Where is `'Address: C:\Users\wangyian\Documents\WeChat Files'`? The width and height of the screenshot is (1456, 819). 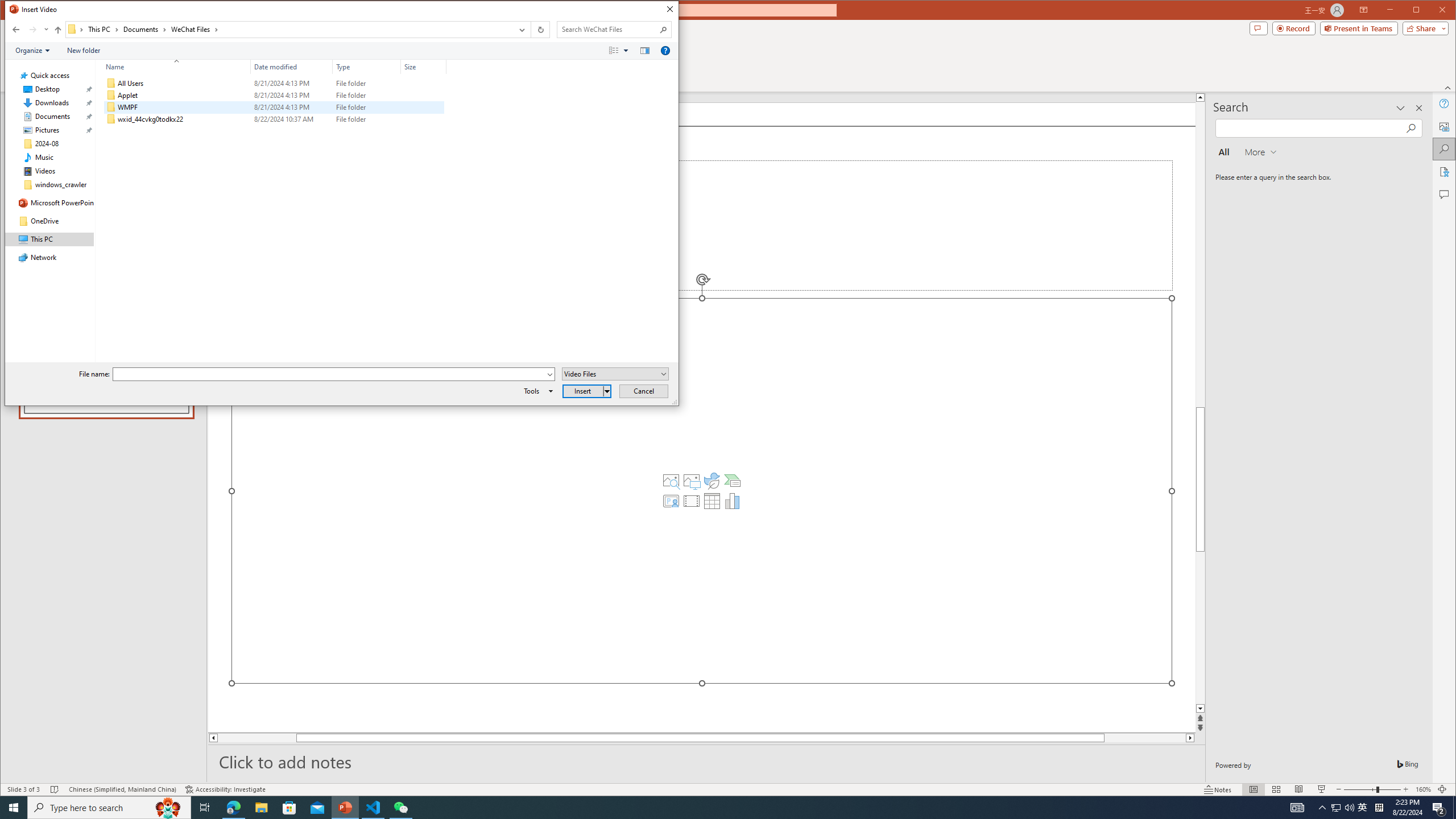 'Address: C:\Users\wangyian\Documents\WeChat Files' is located at coordinates (288, 29).